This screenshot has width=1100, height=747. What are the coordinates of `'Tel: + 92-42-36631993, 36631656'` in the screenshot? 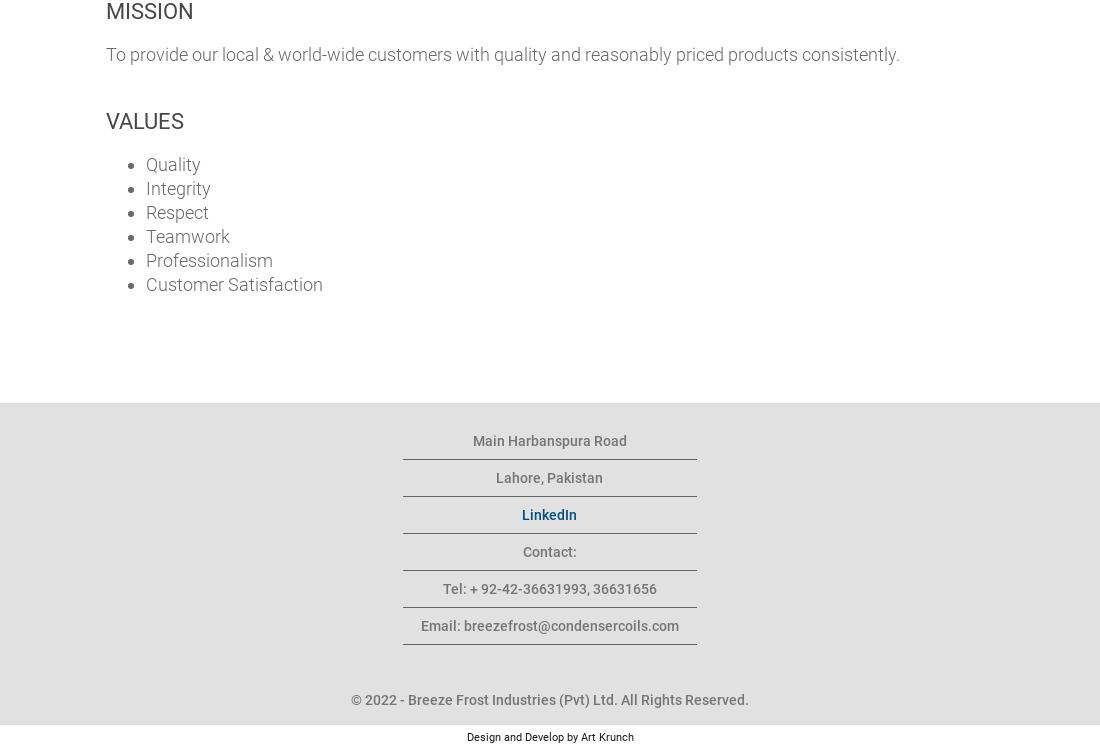 It's located at (440, 589).